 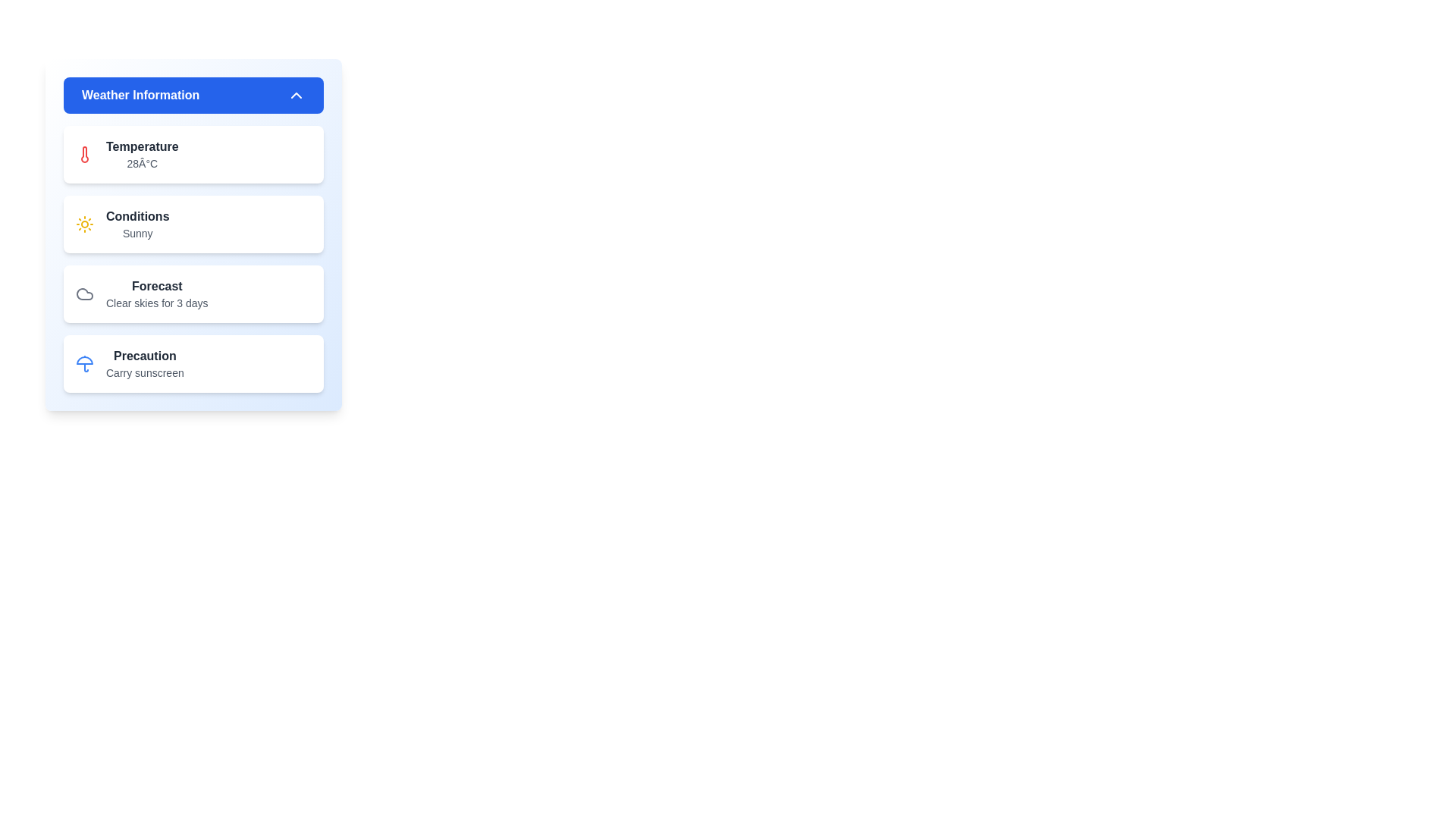 I want to click on the clear skies cloud icon located on the left side of the 'Forecast' card in the 'Weather Information' section, which is the third card from the top, so click(x=83, y=294).